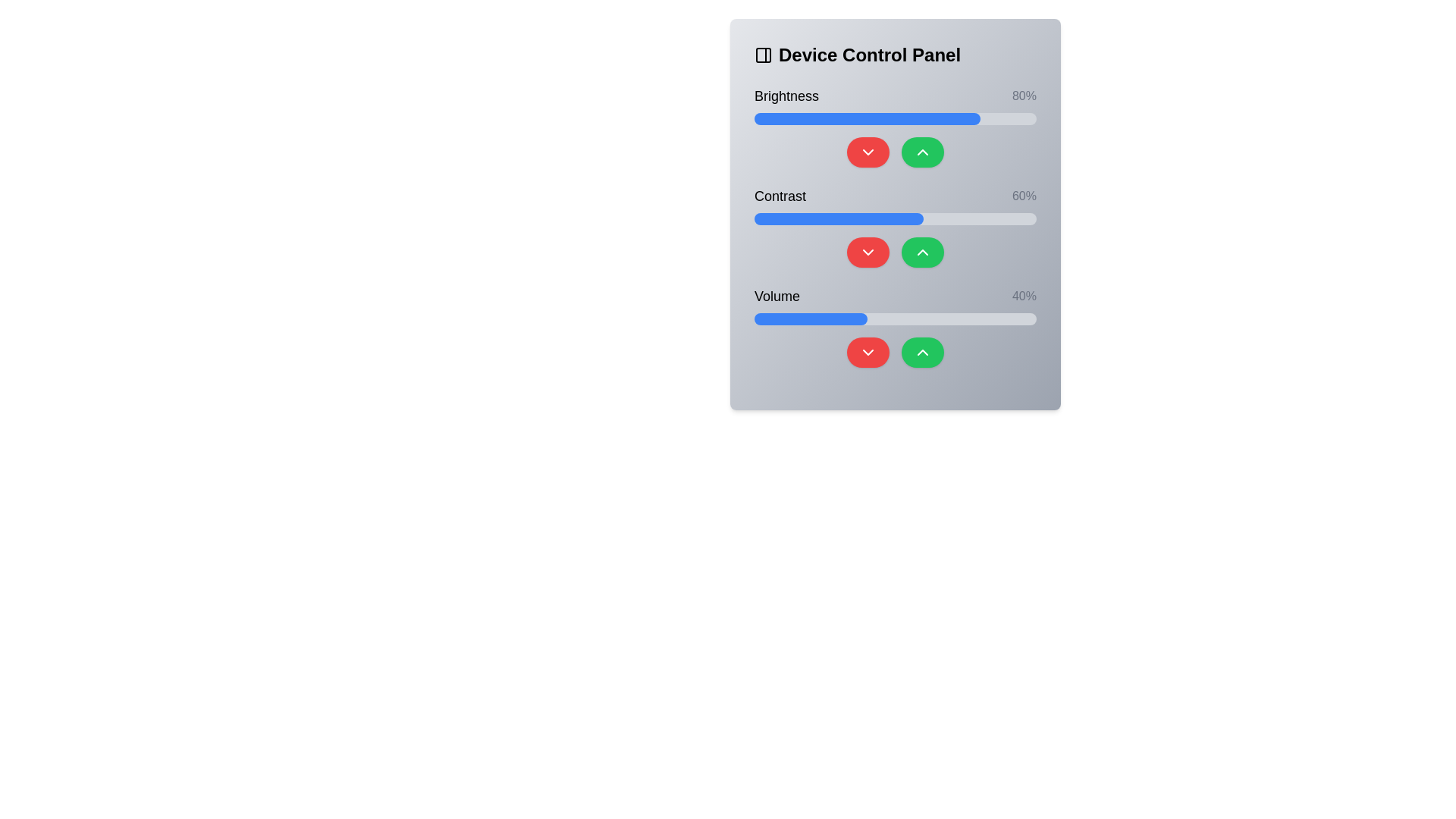  What do you see at coordinates (1008, 219) in the screenshot?
I see `the contrast` at bounding box center [1008, 219].